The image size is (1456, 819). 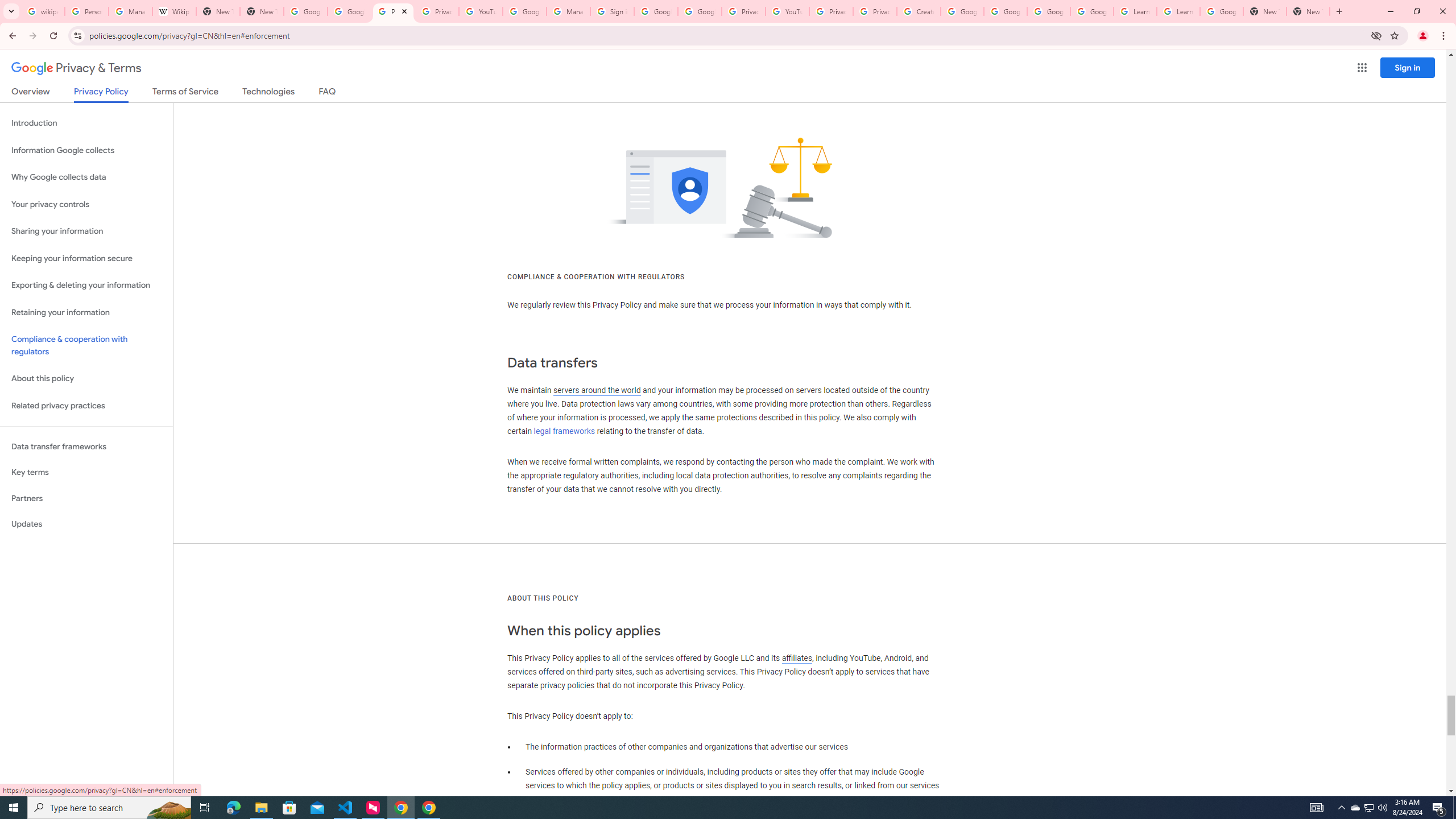 What do you see at coordinates (130, 11) in the screenshot?
I see `'Manage your Location History - Google Search Help'` at bounding box center [130, 11].